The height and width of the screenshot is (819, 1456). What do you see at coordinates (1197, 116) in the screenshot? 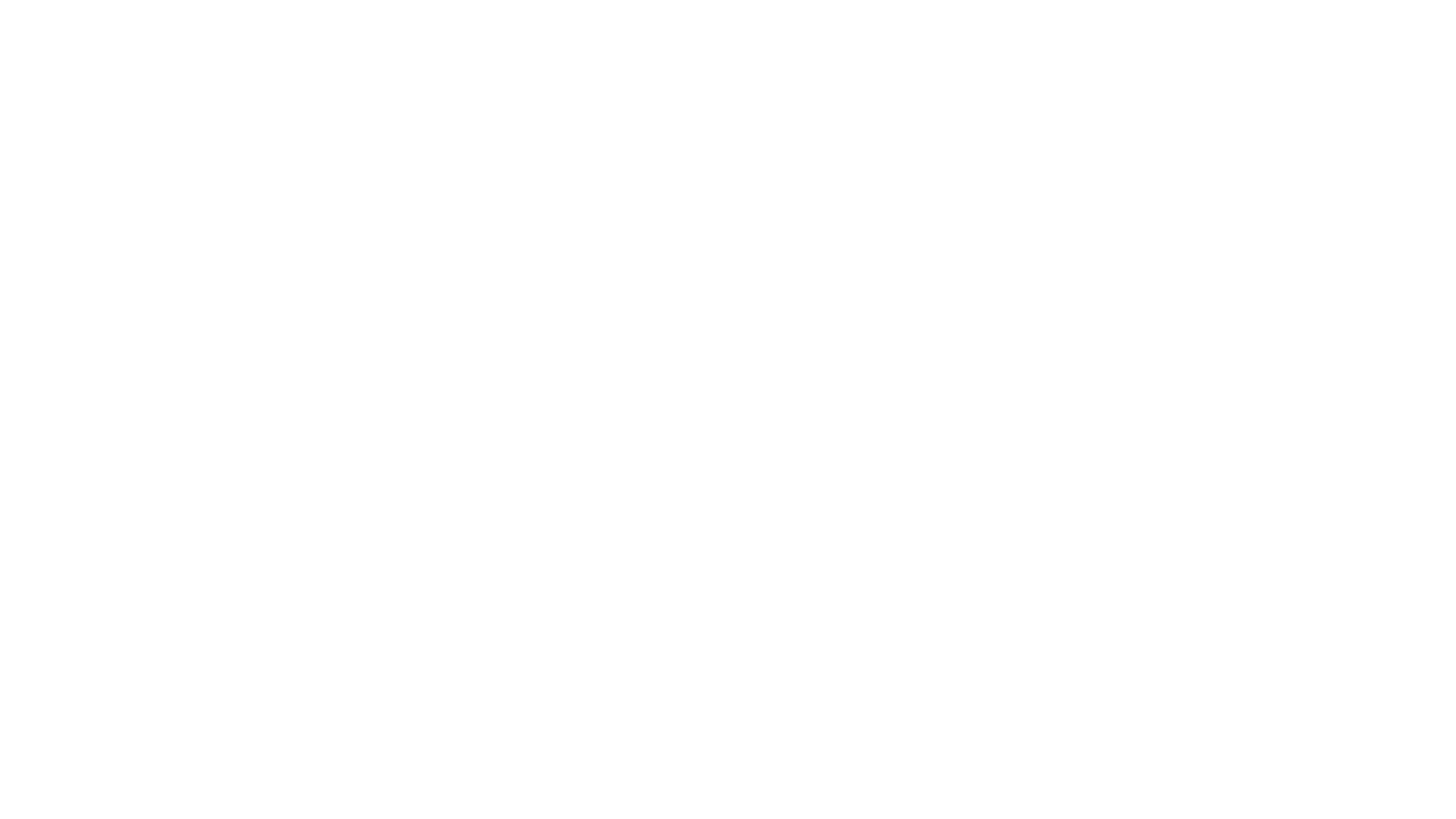
I see `Switch to Grid View` at bounding box center [1197, 116].